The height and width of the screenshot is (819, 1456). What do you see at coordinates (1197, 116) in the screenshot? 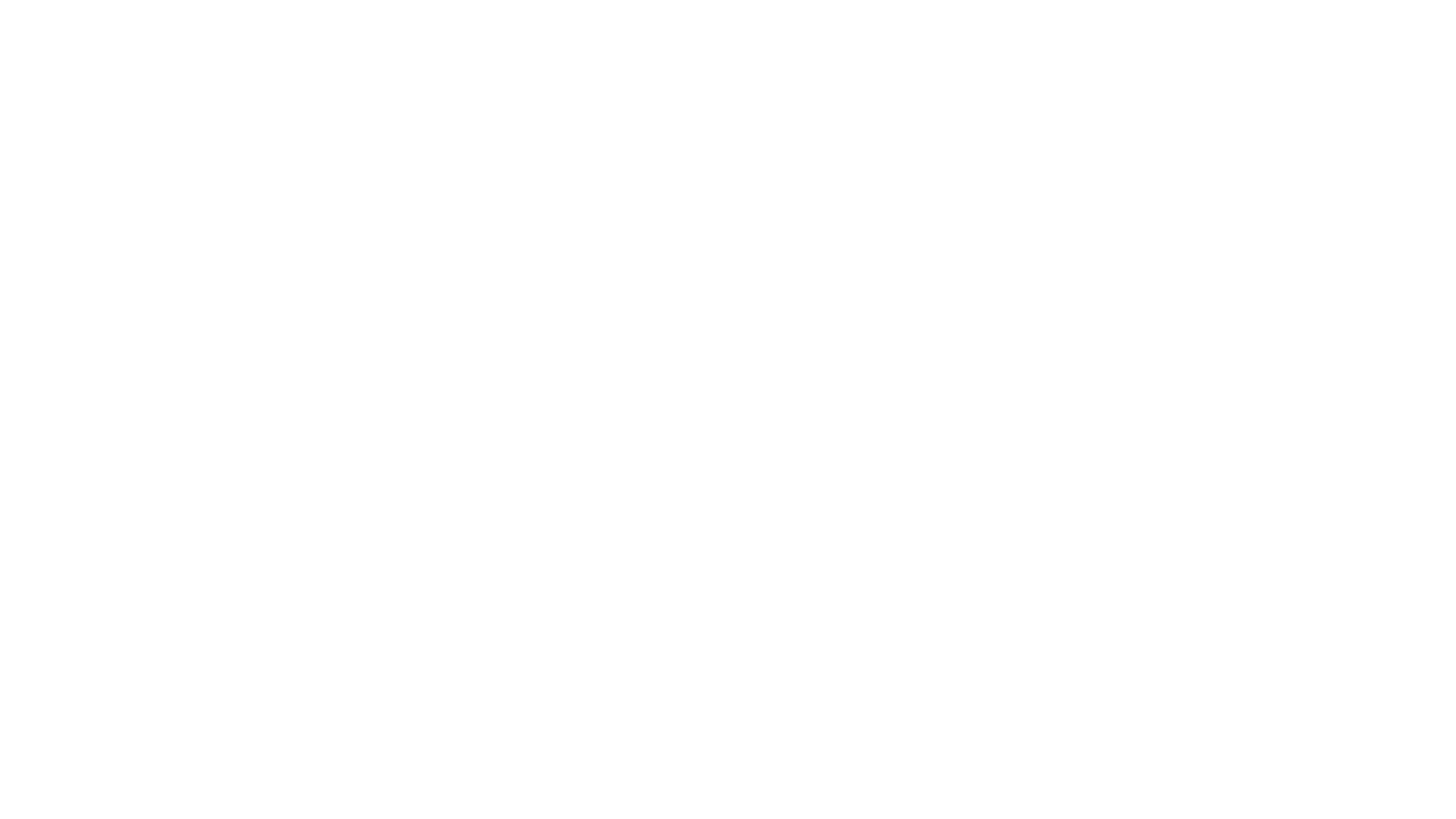
I see `Switch to Grid View` at bounding box center [1197, 116].